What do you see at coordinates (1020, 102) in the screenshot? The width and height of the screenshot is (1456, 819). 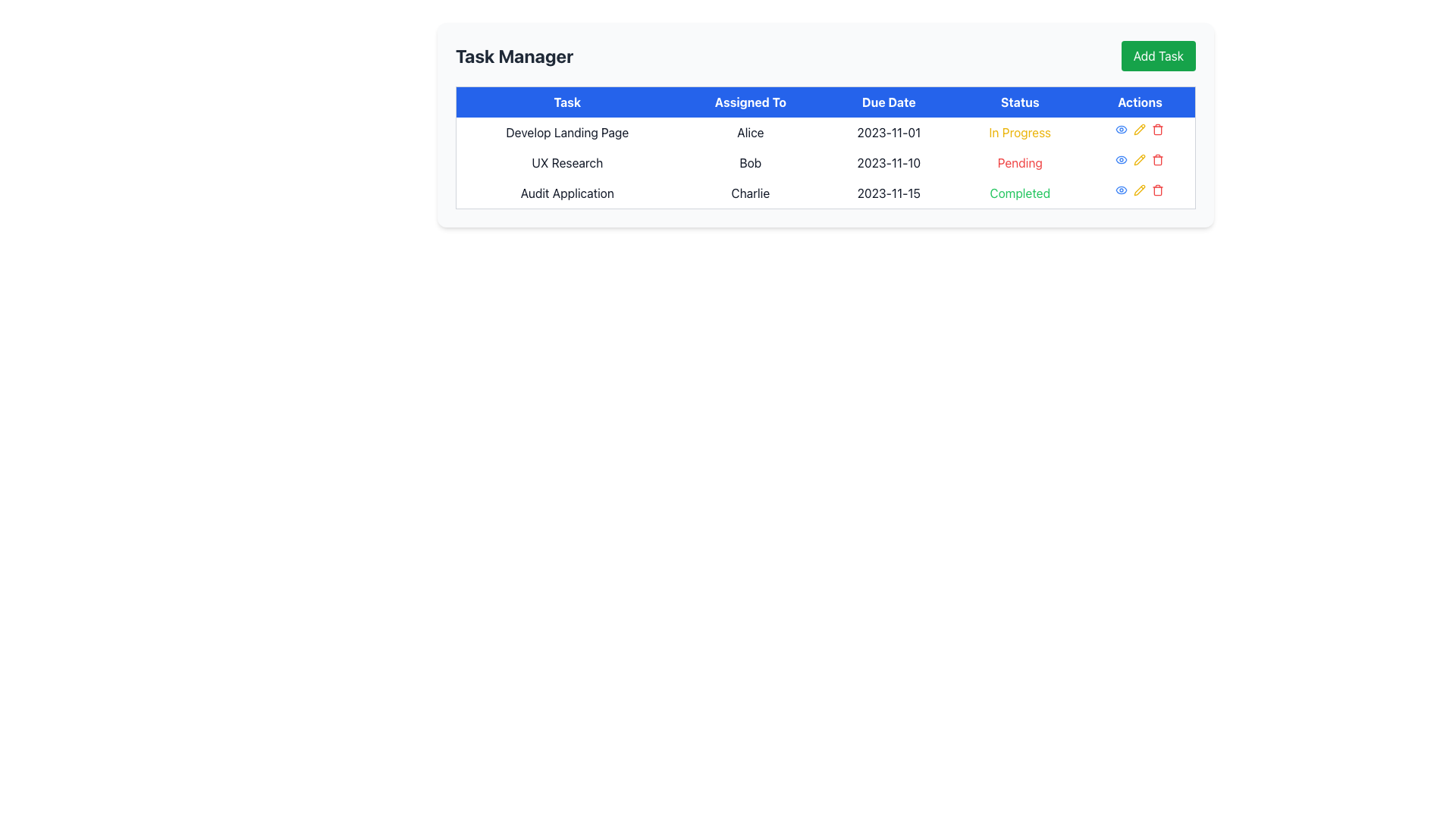 I see `the fourth column header cell labeled 'Status' in the table header row, which is positioned near the center-right of the table` at bounding box center [1020, 102].